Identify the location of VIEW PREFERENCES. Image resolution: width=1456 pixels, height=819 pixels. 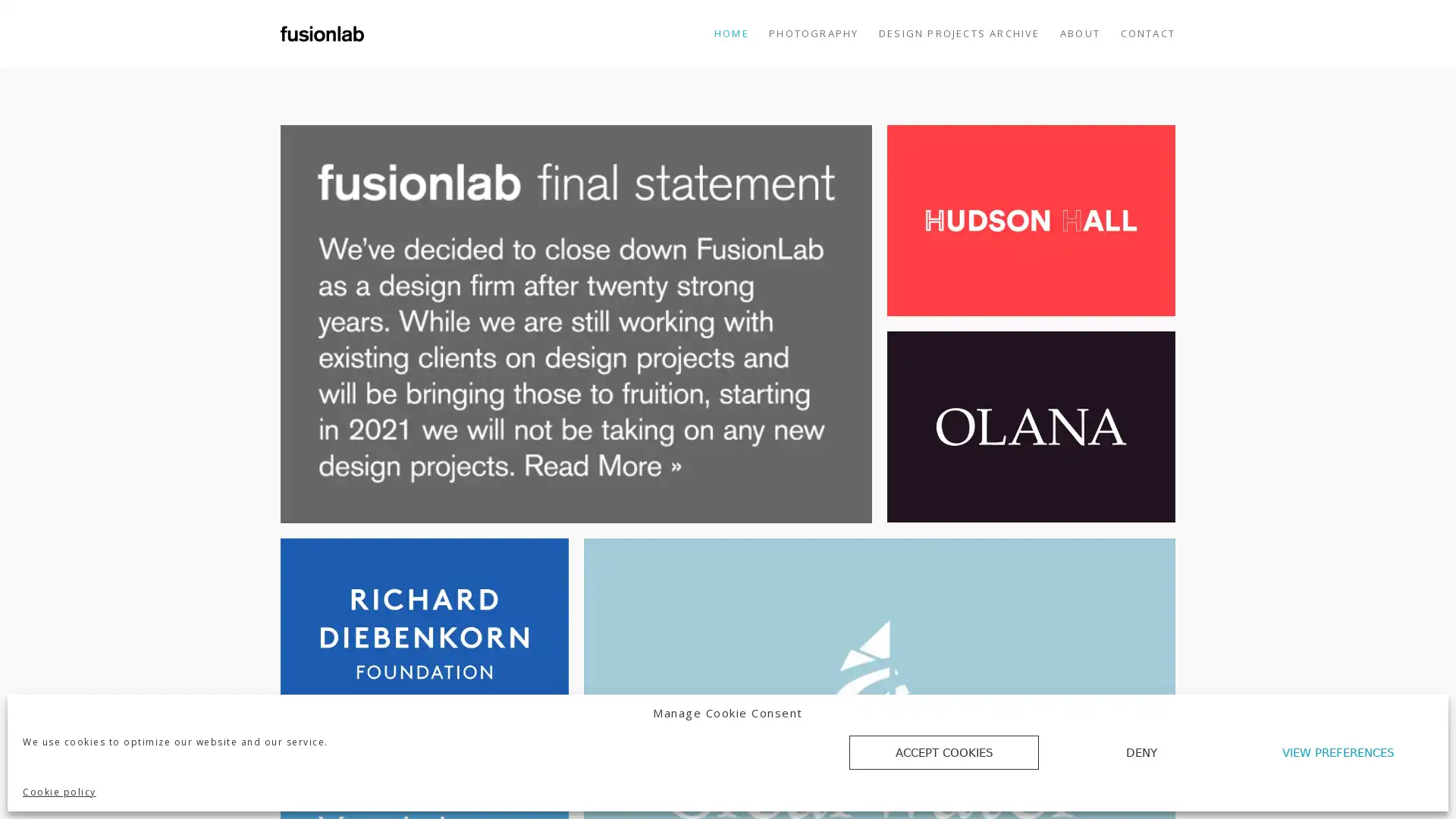
(1338, 752).